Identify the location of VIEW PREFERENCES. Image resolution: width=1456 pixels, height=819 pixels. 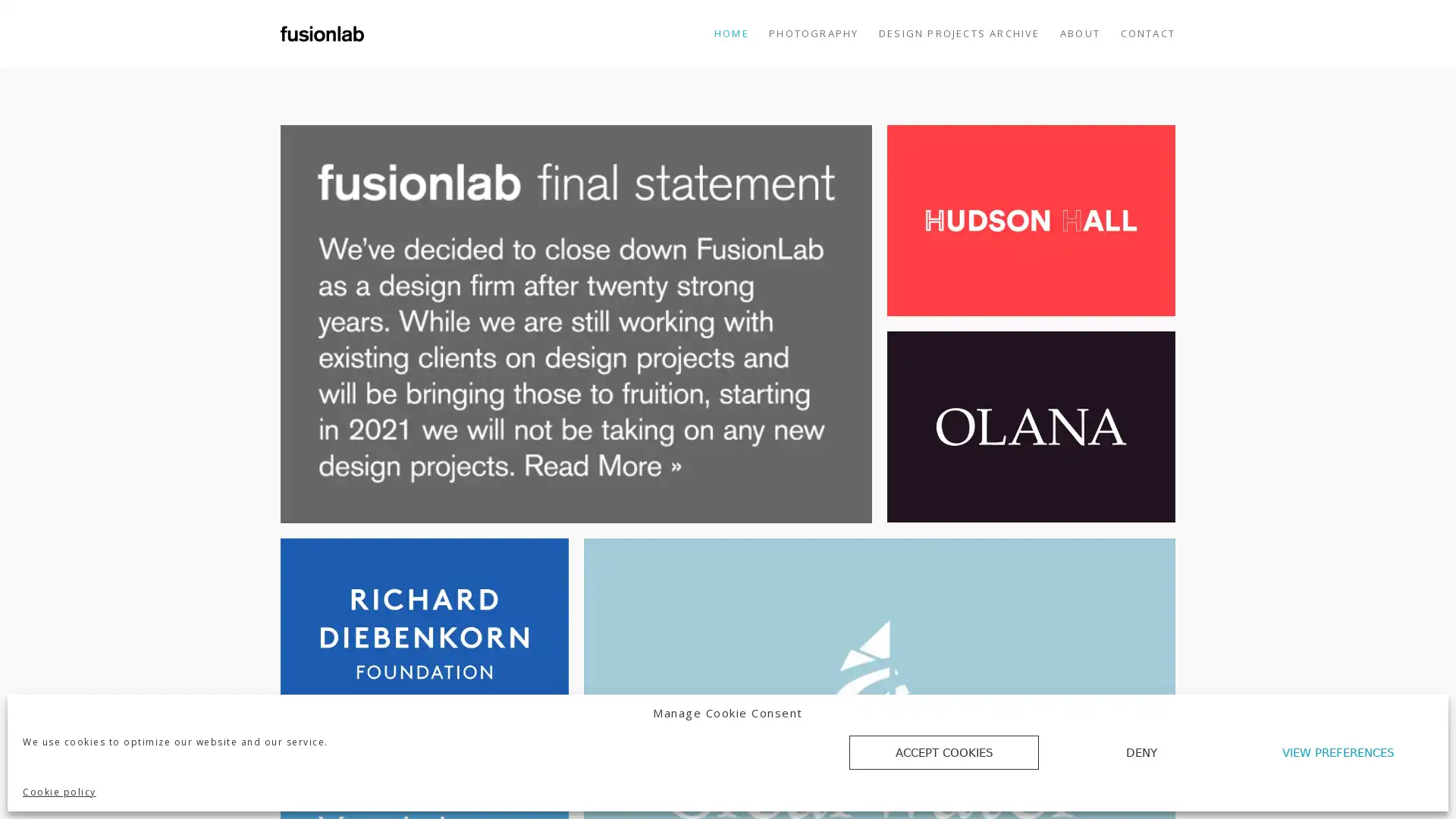
(1338, 752).